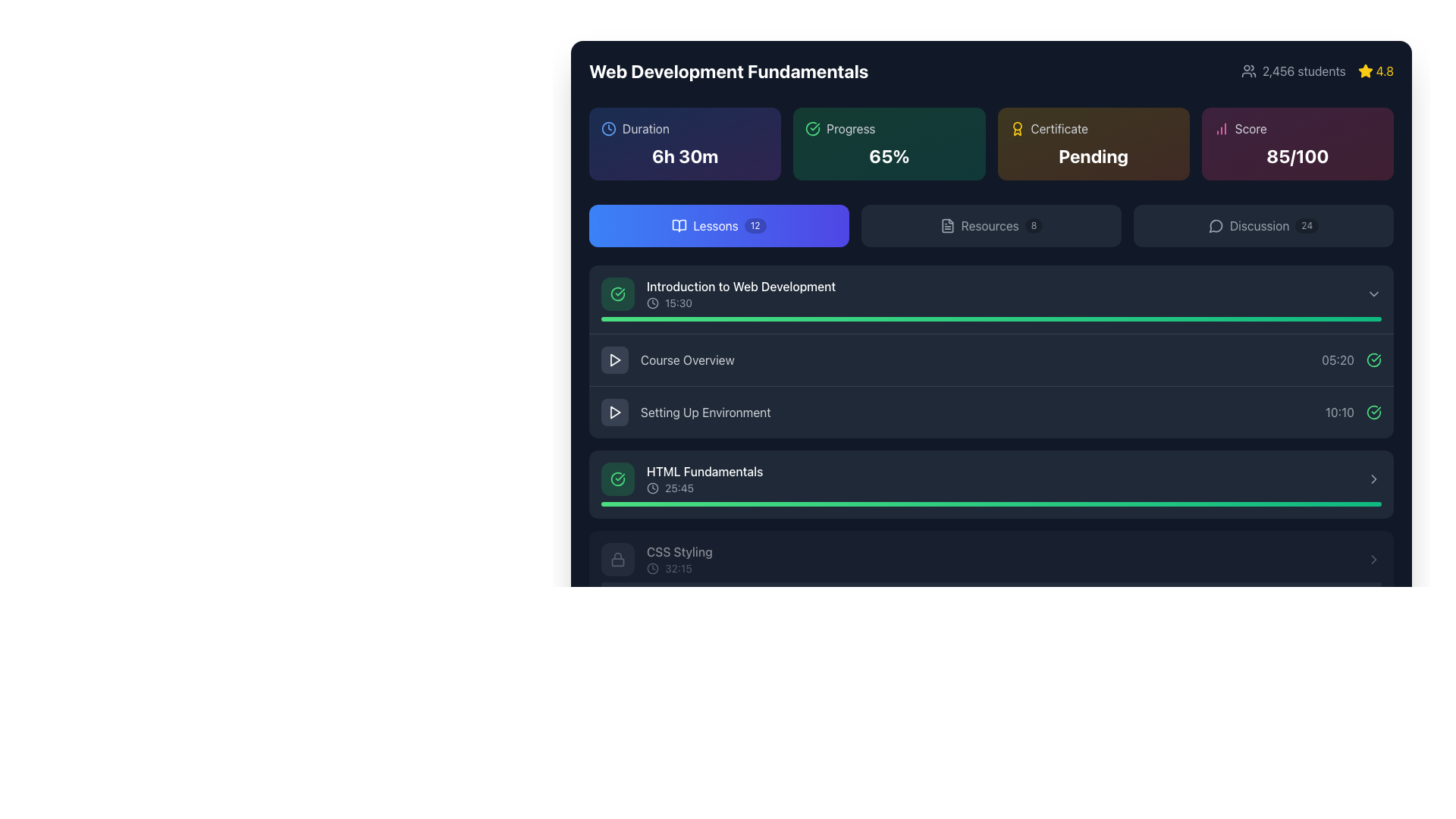  Describe the element at coordinates (1365, 71) in the screenshot. I see `the rating icon located in the top-right corner of the interface, adjacent to the text displaying '4.8', which visually represents user feedback or evaluation` at that location.